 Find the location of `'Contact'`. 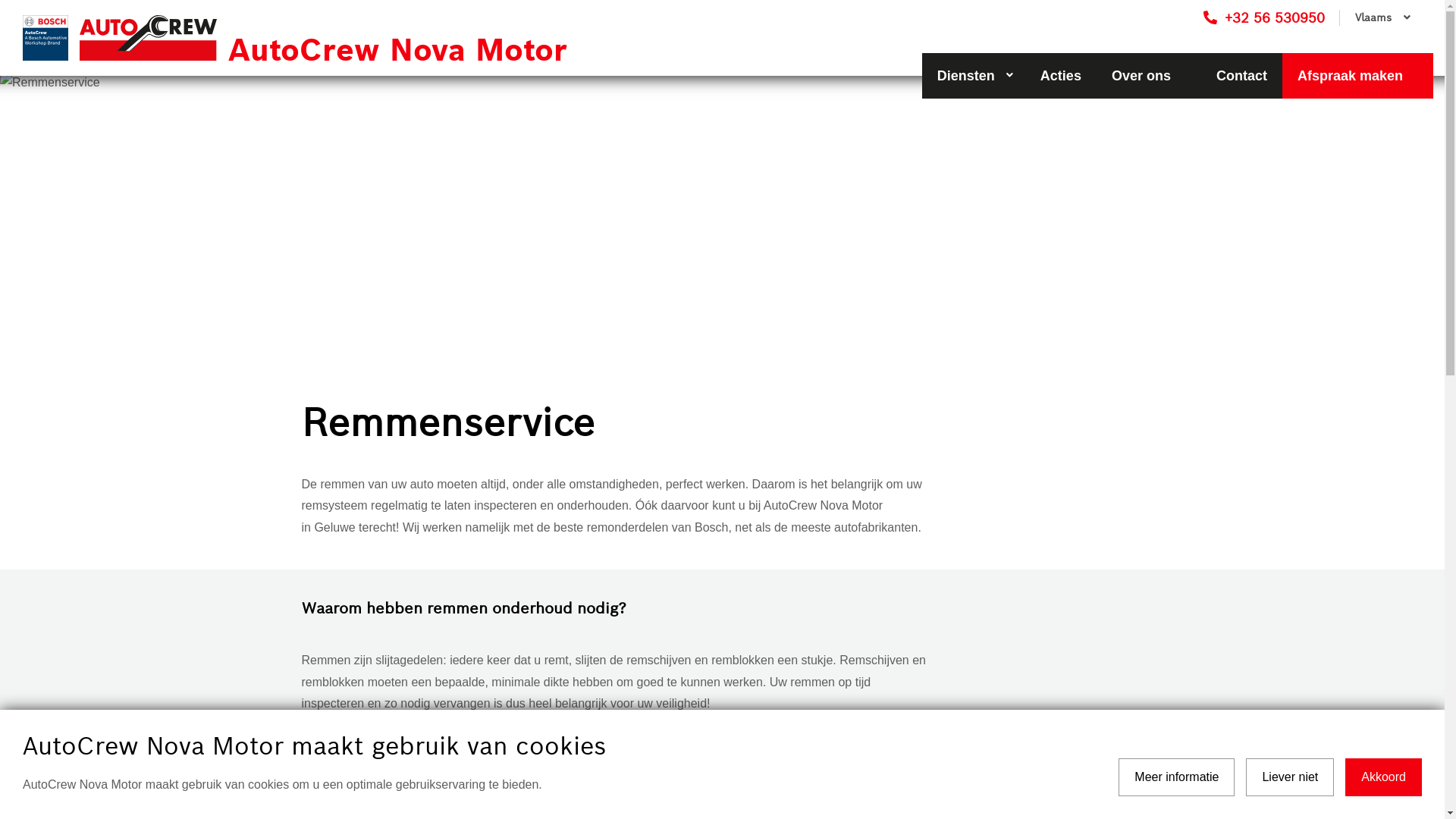

'Contact' is located at coordinates (1241, 76).